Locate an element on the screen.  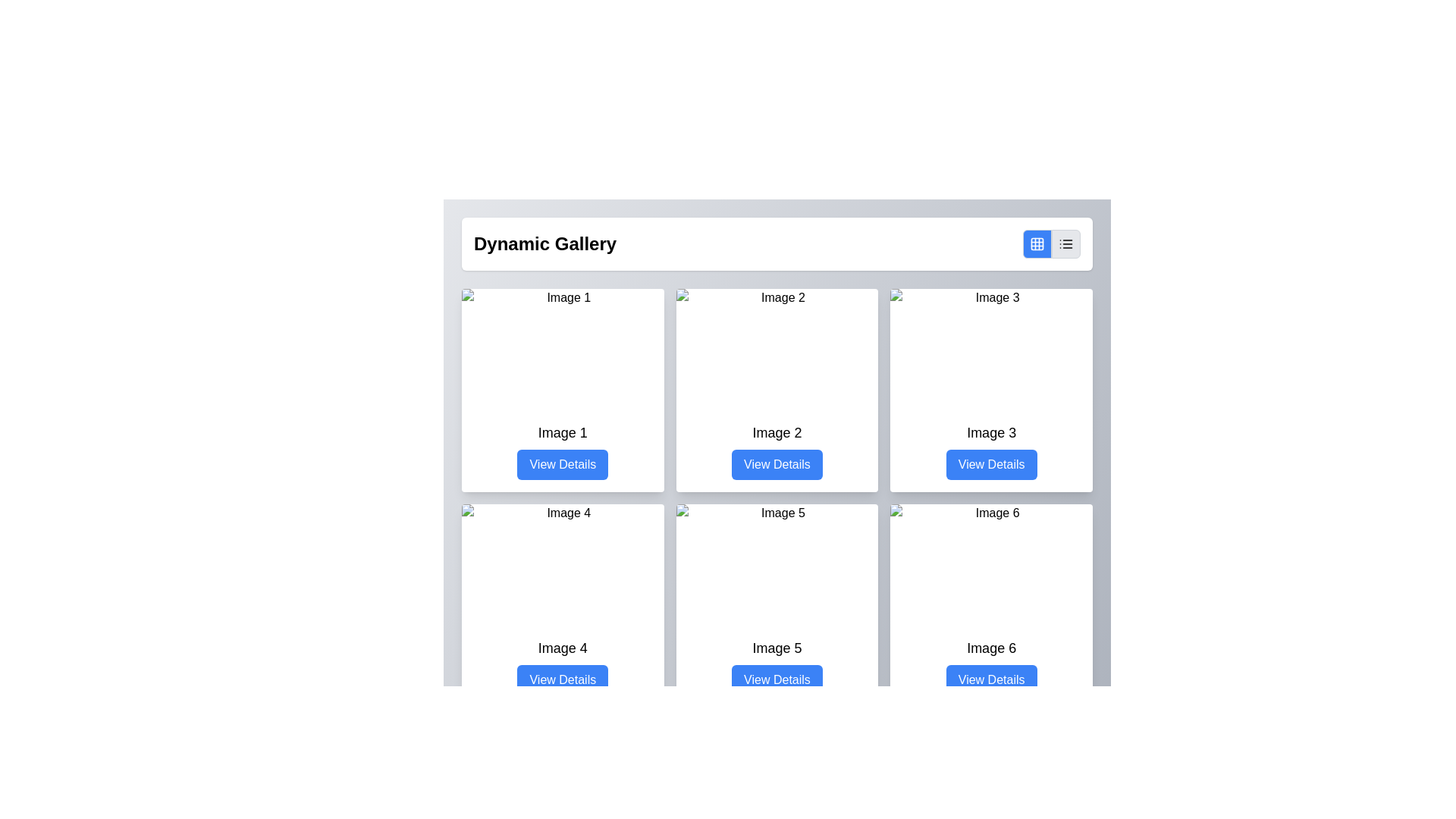
the active grid layout icon located in the top-right corner of the interface, inside the toggle button group next to the 'Dynamic Gallery' heading is located at coordinates (1037, 243).